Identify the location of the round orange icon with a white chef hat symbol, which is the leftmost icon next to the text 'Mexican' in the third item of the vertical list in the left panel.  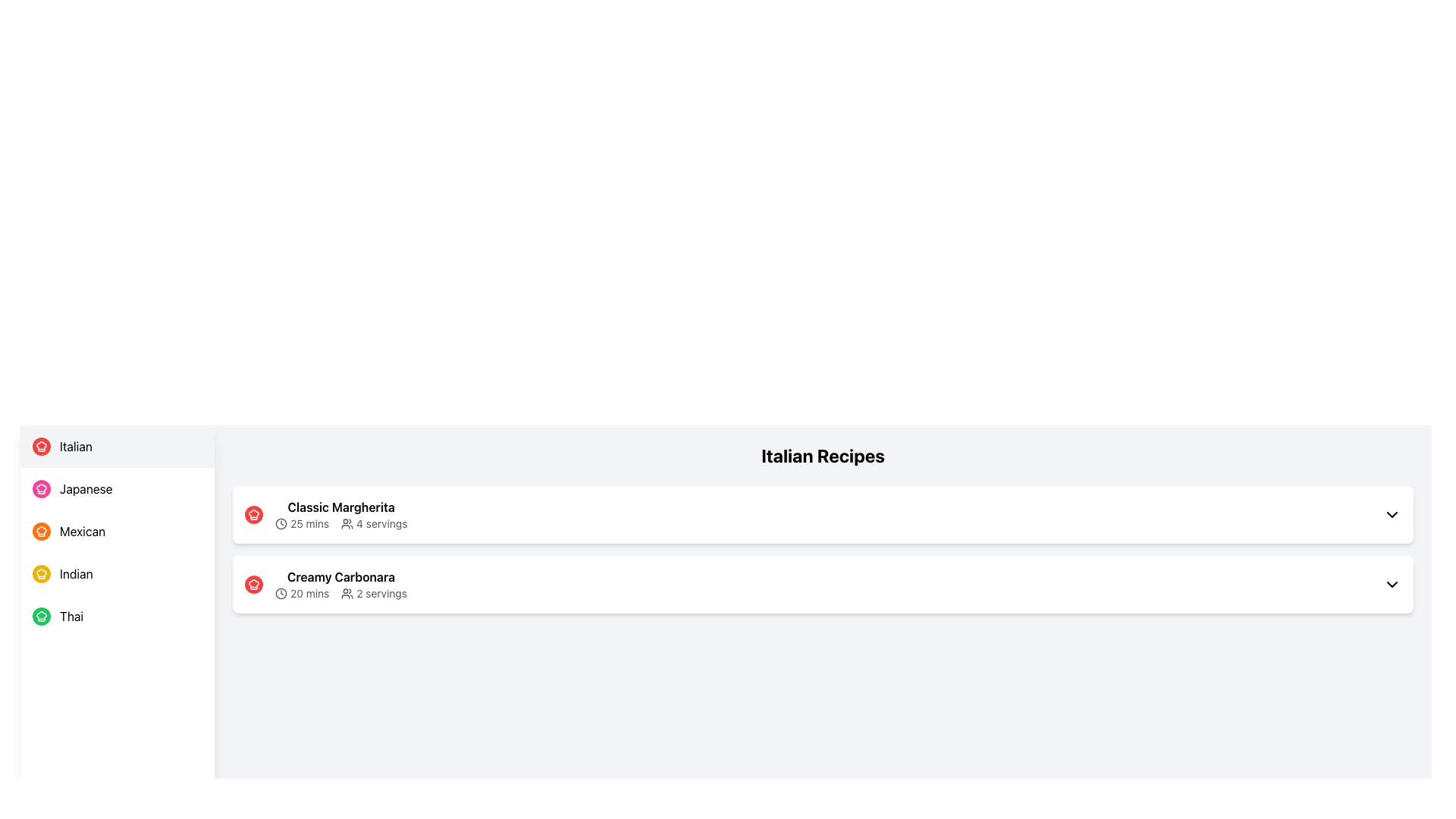
(41, 531).